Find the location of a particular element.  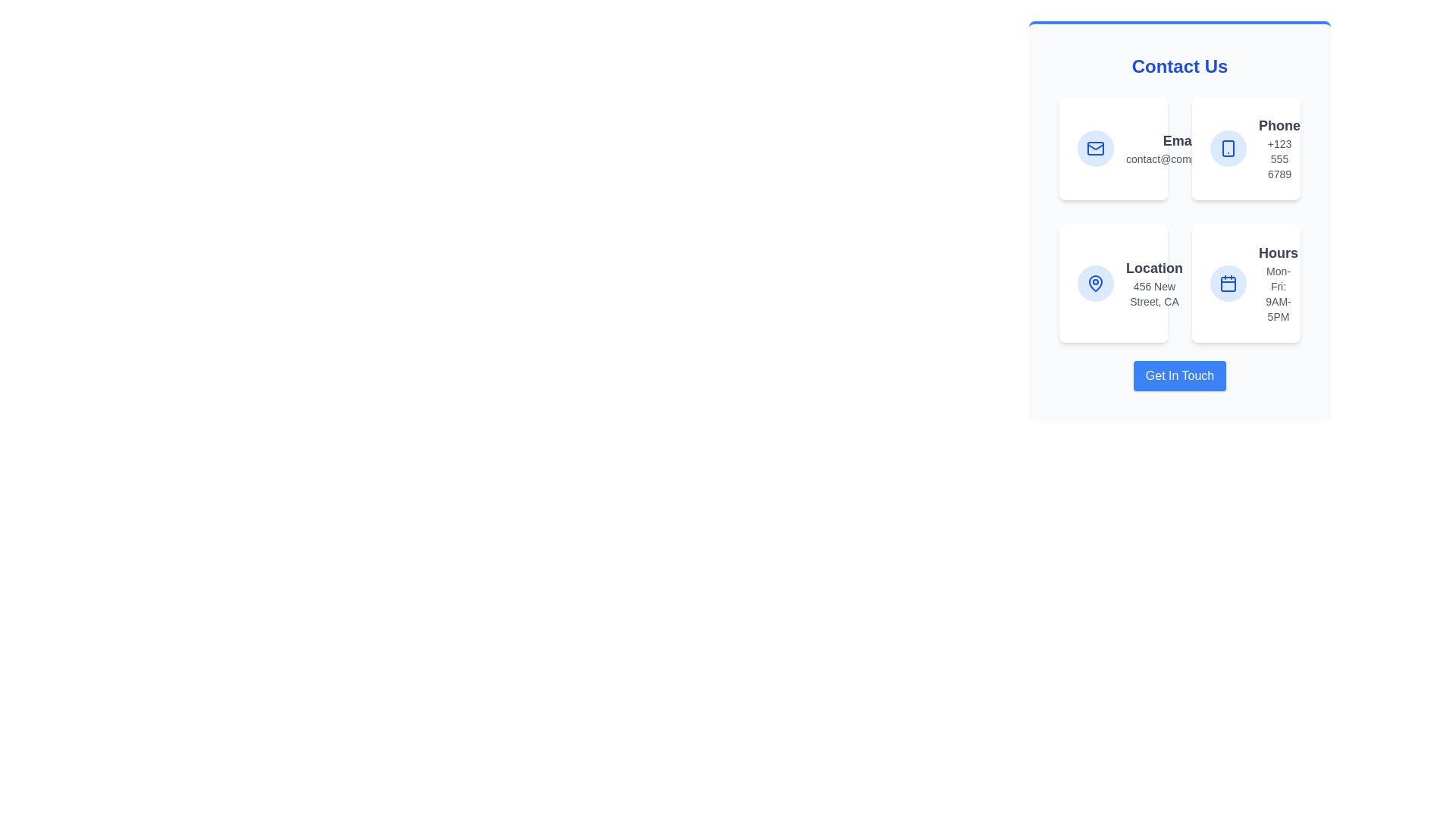

information displayed in the 'Hours' text information element, which shows 'Mon-Fri: 9AM-5PM' below the title 'Hours' is located at coordinates (1277, 284).